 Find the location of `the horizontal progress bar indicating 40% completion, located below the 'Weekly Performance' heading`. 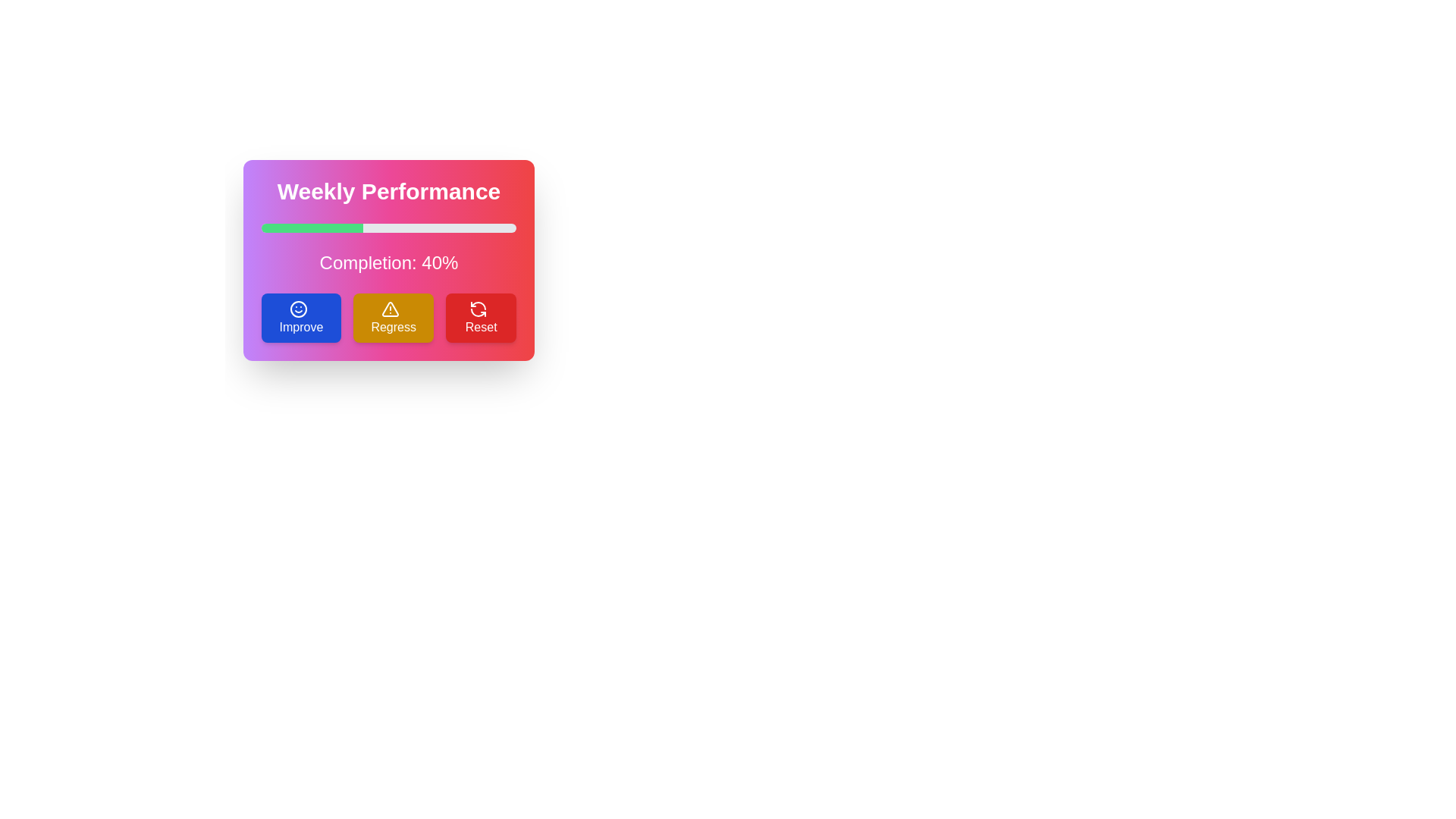

the horizontal progress bar indicating 40% completion, located below the 'Weekly Performance' heading is located at coordinates (389, 227).